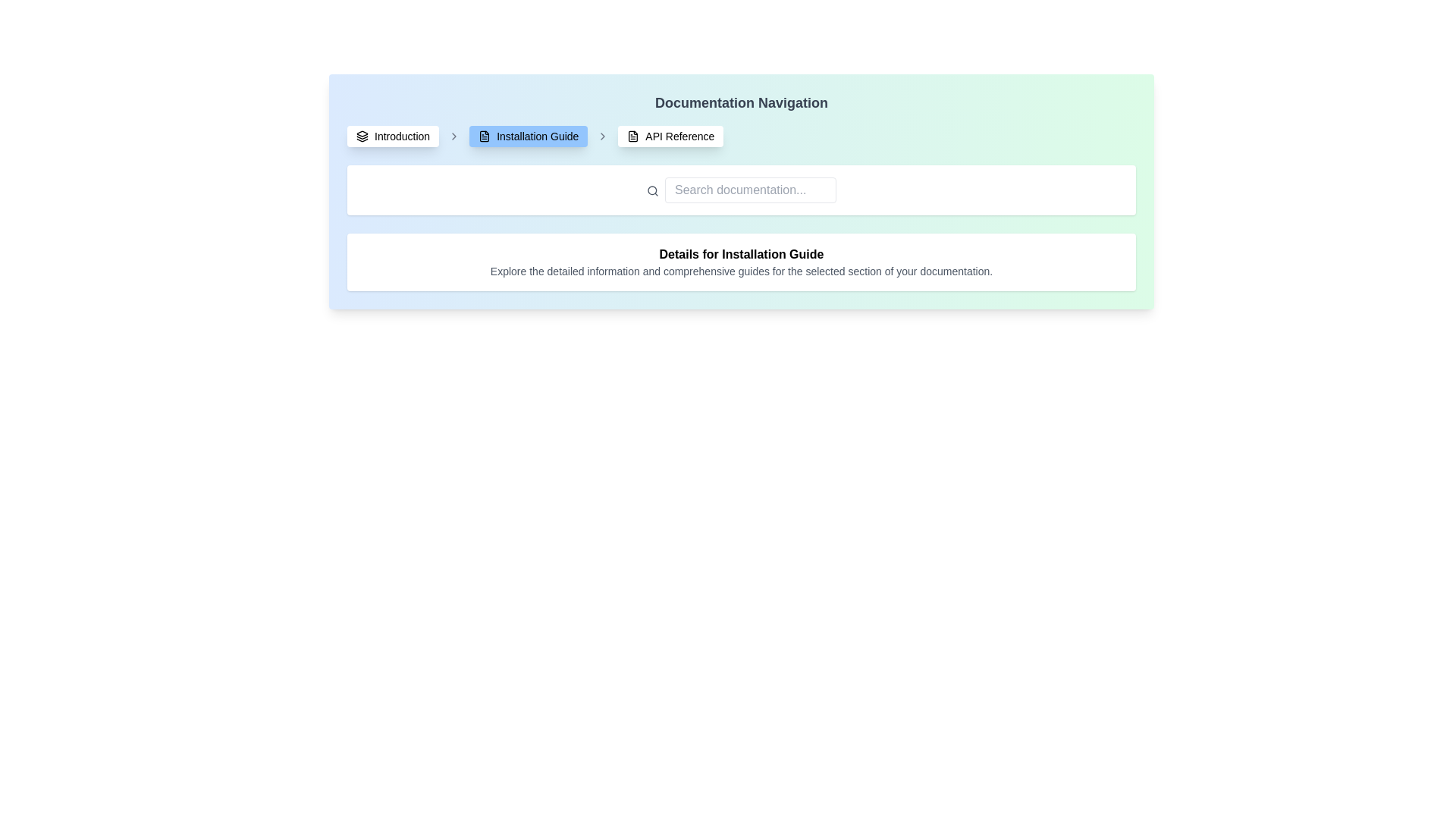 This screenshot has width=1456, height=819. I want to click on the chevron icon positioned to the right of the 'Installation Guide' navigation button, which indicates a continuation to the 'API Reference' navigation button, so click(602, 136).